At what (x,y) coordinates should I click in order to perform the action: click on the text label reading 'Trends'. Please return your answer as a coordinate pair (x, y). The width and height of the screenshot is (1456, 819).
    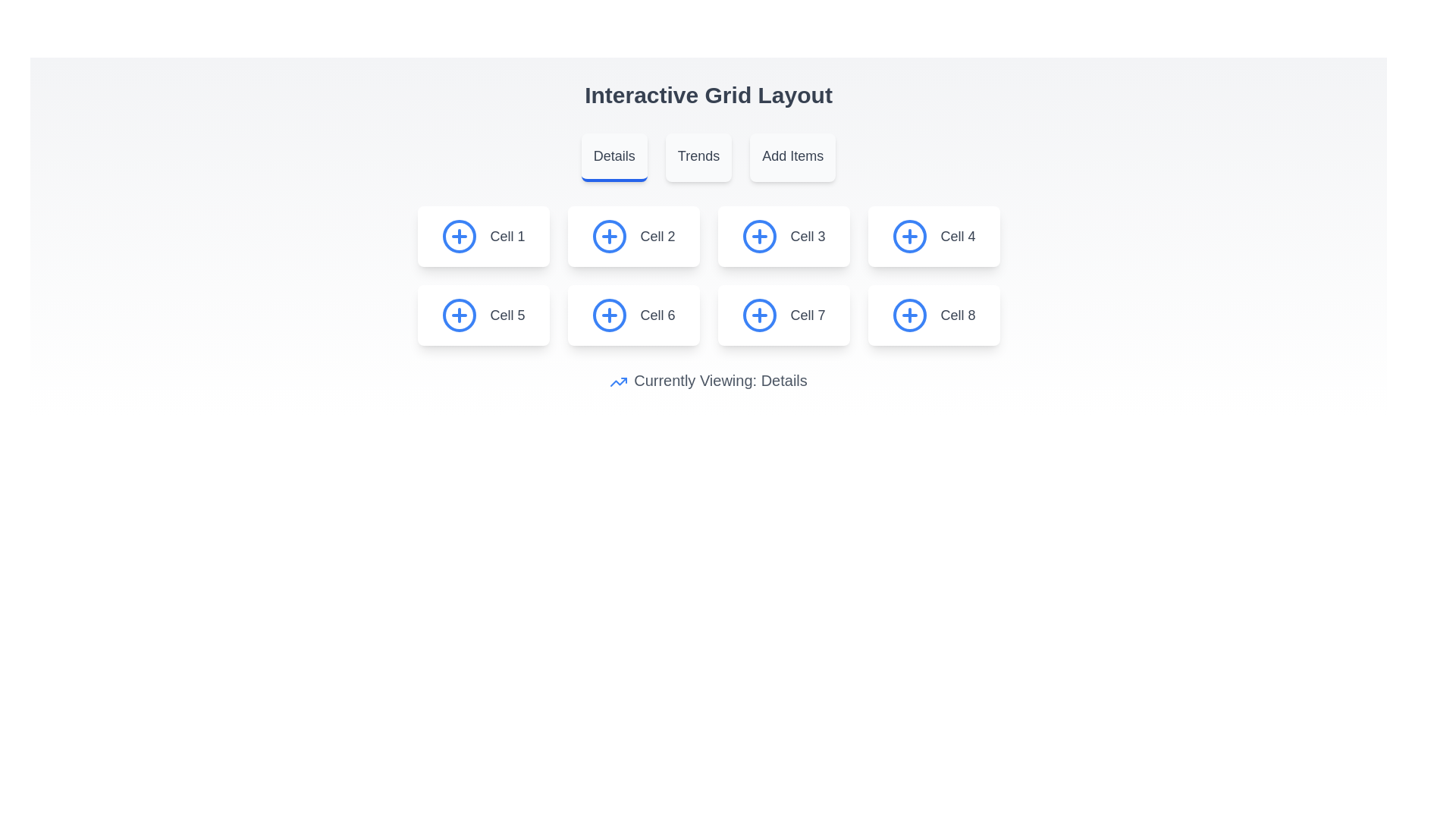
    Looking at the image, I should click on (698, 155).